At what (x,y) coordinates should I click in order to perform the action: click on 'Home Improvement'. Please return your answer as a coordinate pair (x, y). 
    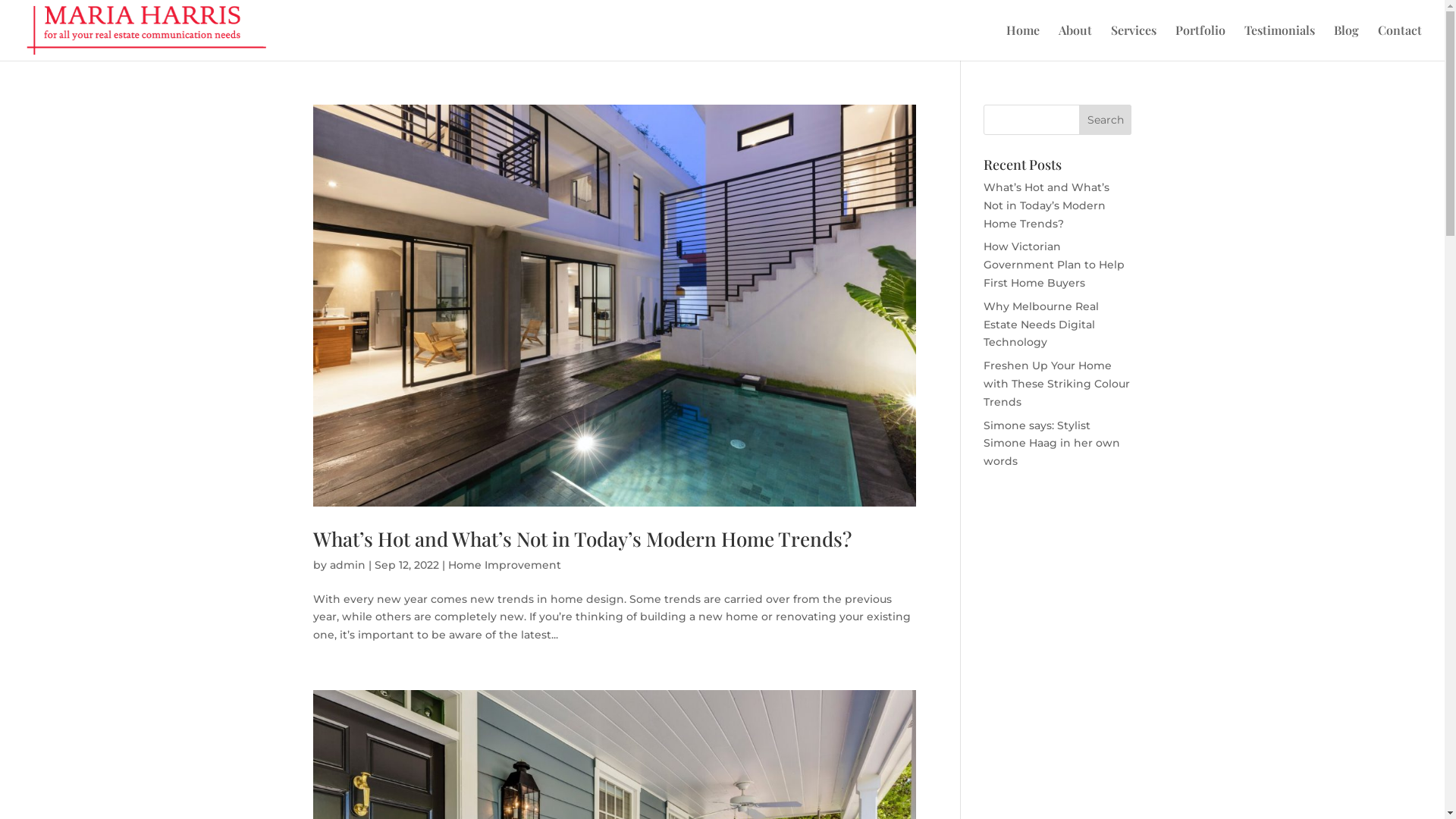
    Looking at the image, I should click on (504, 564).